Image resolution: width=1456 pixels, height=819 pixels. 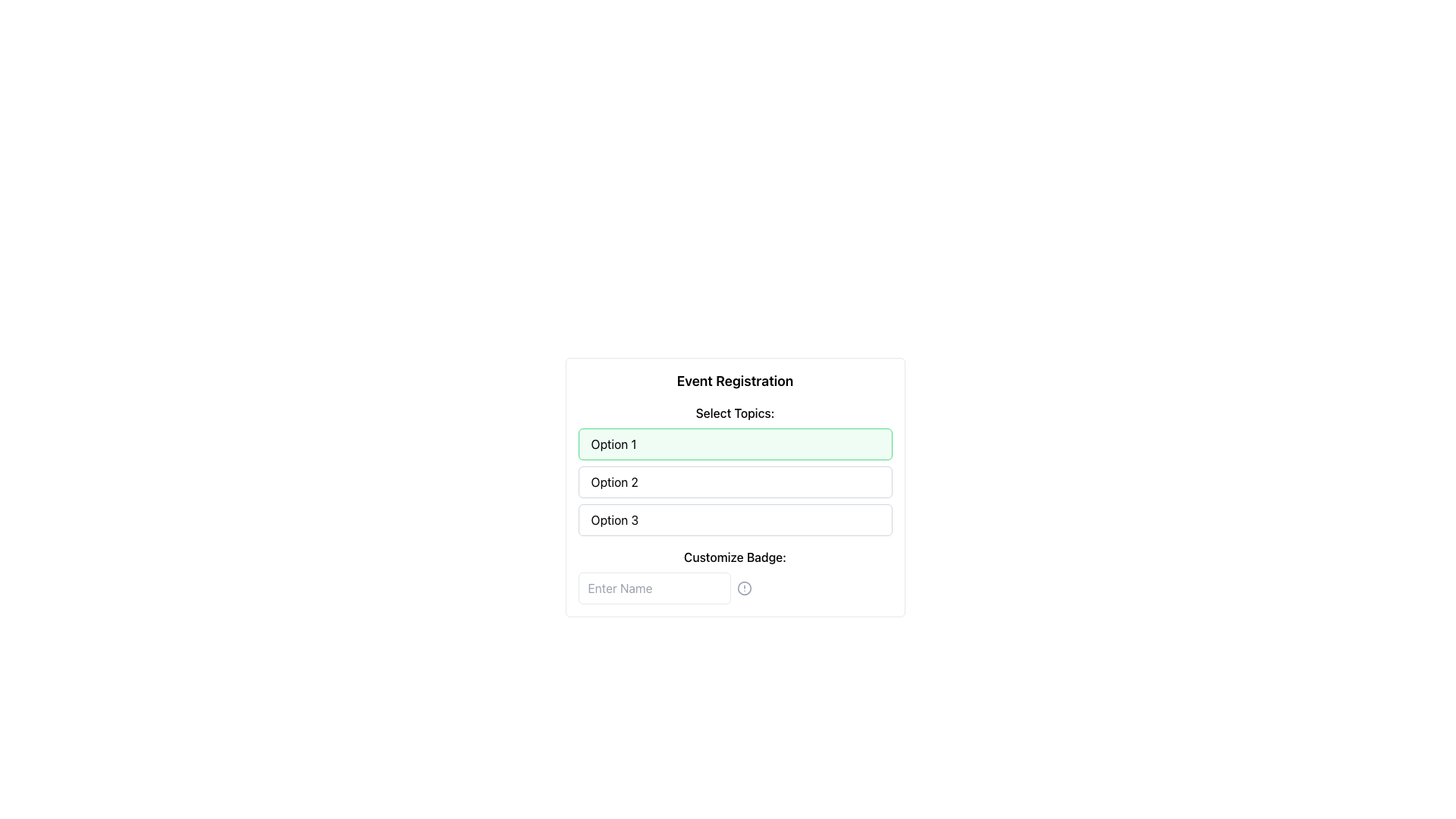 I want to click on text of the Label element displaying 'Customize Badge:' which is located within the 'Event Registration' section, so click(x=735, y=576).